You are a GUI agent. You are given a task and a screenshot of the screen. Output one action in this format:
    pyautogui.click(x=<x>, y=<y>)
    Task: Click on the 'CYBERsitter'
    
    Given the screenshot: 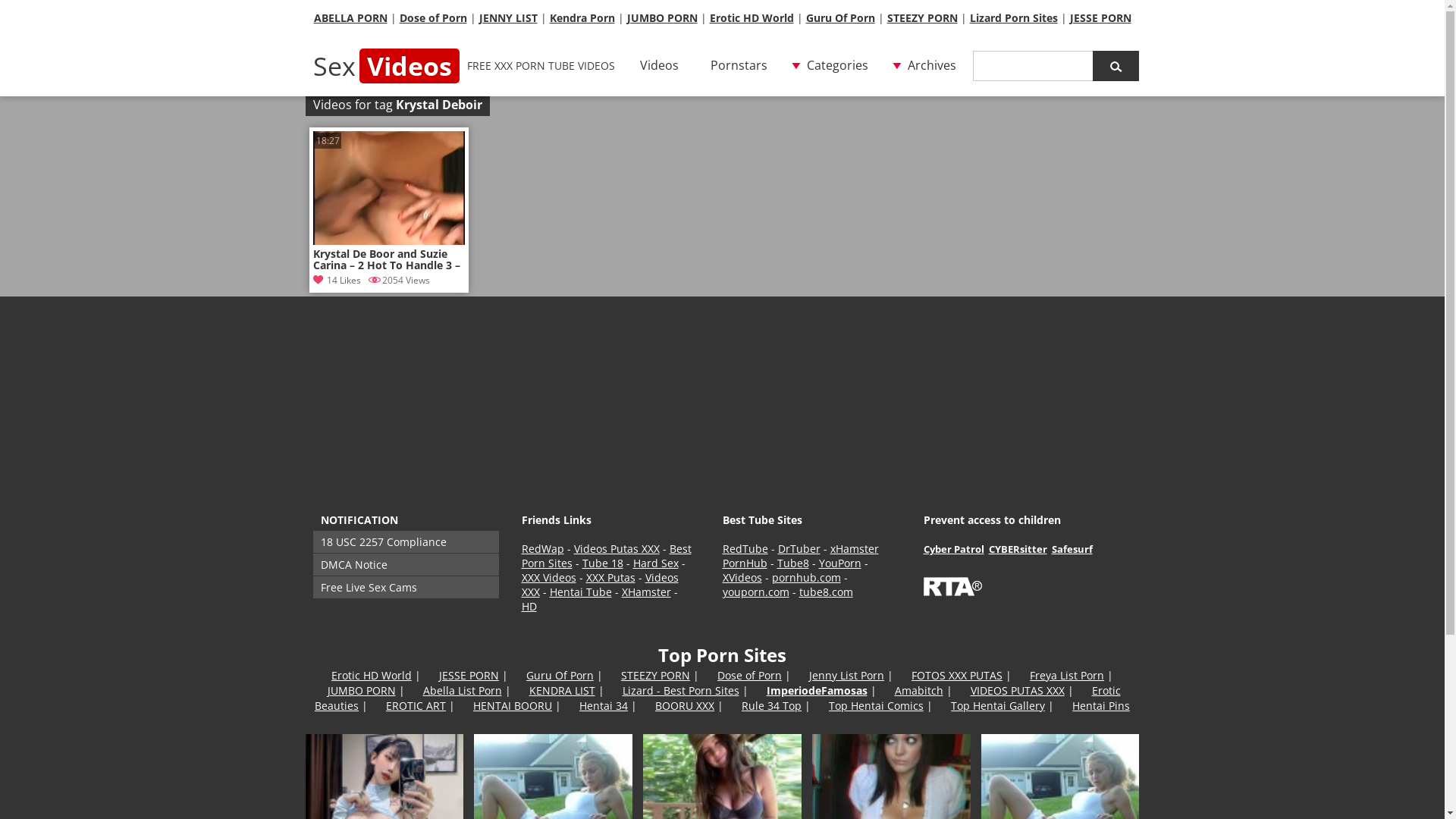 What is the action you would take?
    pyautogui.click(x=1018, y=549)
    